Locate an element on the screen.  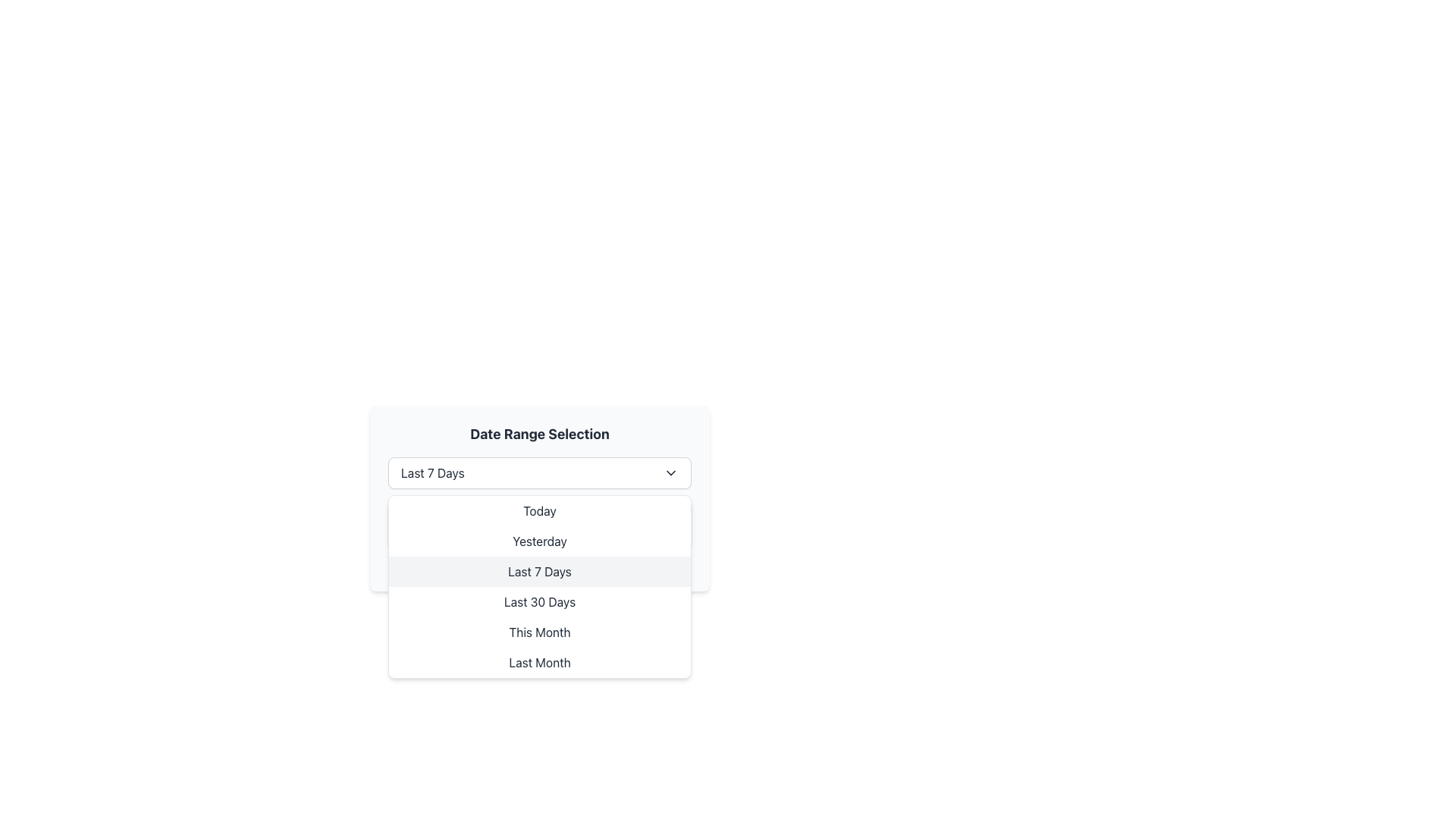
the informational text stating 'Select a date range that best suits your analytical needs.' which is positioned centrally at the bottom of the date range selection interface is located at coordinates (539, 564).